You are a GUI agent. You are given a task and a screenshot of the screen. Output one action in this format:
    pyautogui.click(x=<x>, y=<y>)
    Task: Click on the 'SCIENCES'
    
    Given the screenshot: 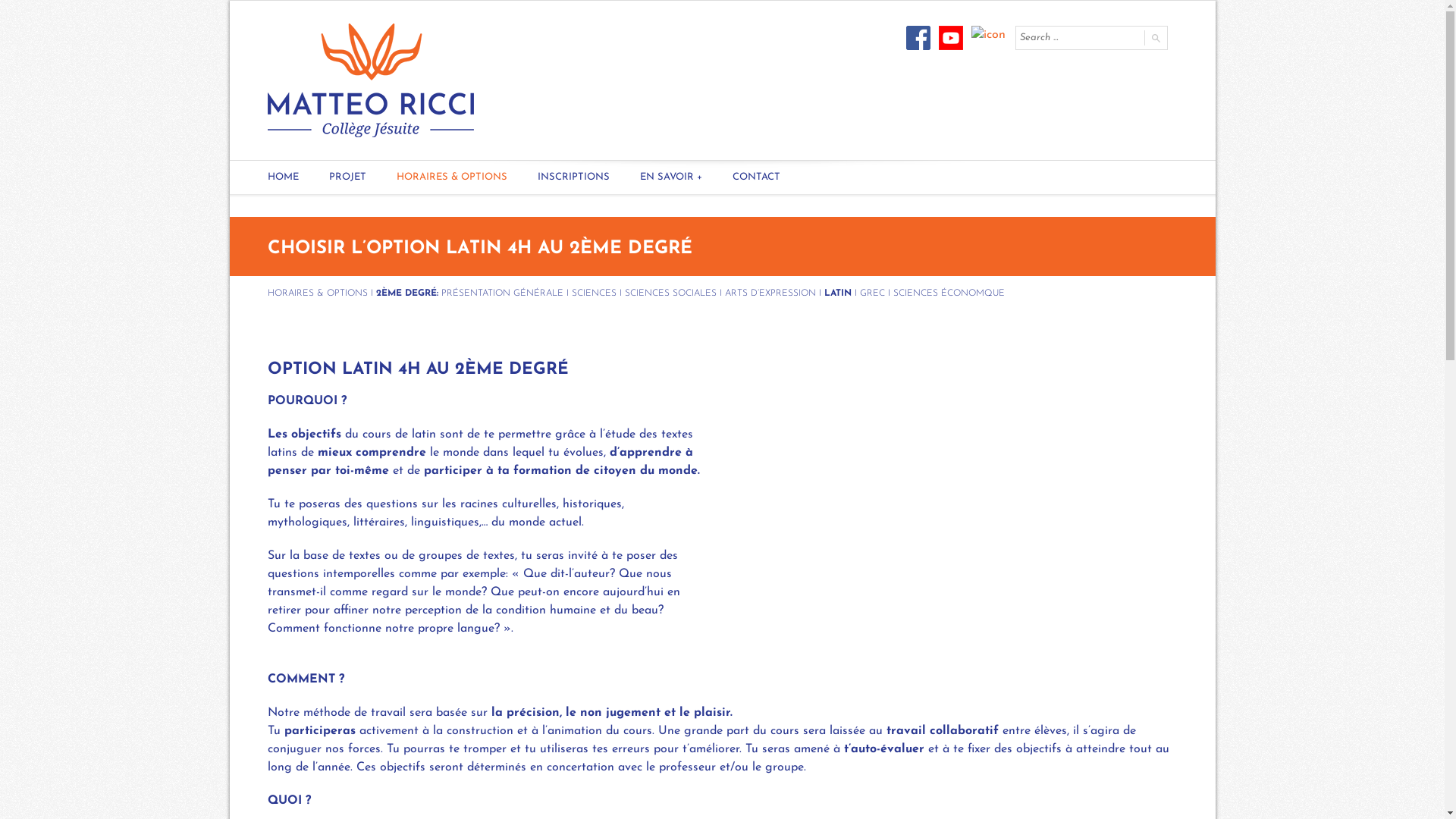 What is the action you would take?
    pyautogui.click(x=593, y=293)
    